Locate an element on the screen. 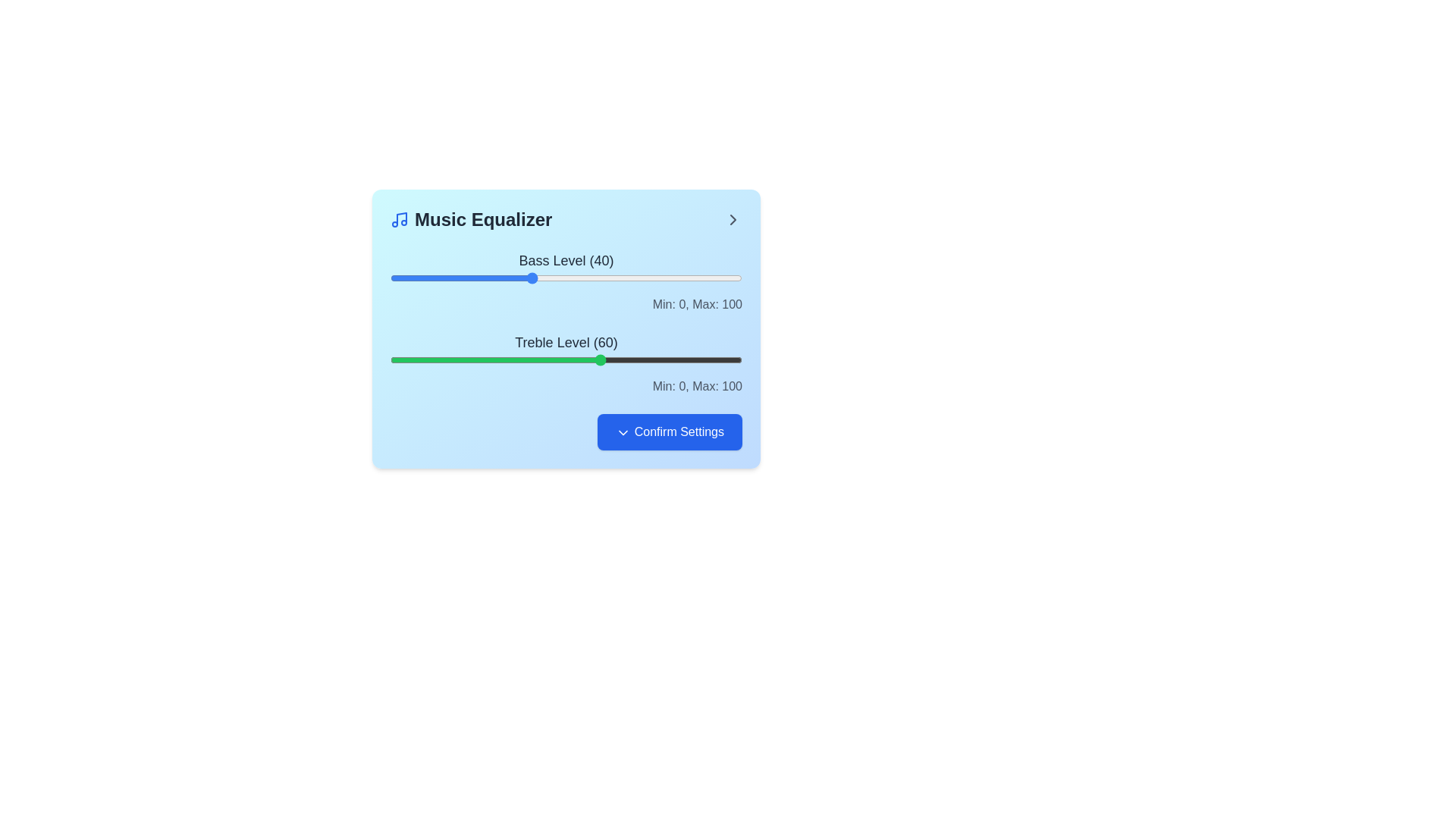  the blue handle of the Range input slider, which is below the 'Bass Level (40)' label is located at coordinates (566, 278).